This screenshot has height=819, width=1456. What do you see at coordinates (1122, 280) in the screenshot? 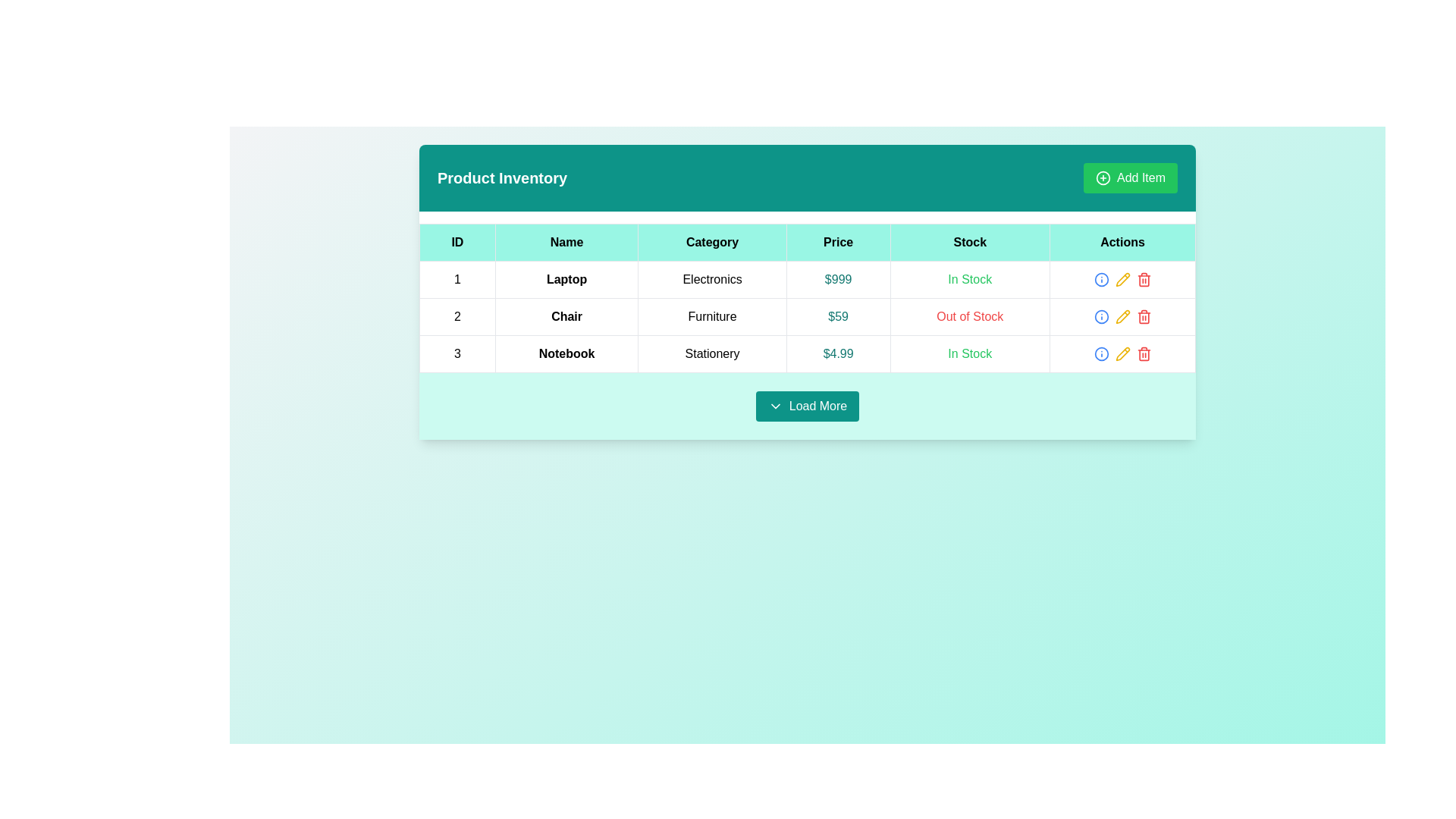
I see `the 'Edit' button located in the 'Actions' column of the third row for the 'Notebook' product entry in the grid layout` at bounding box center [1122, 280].